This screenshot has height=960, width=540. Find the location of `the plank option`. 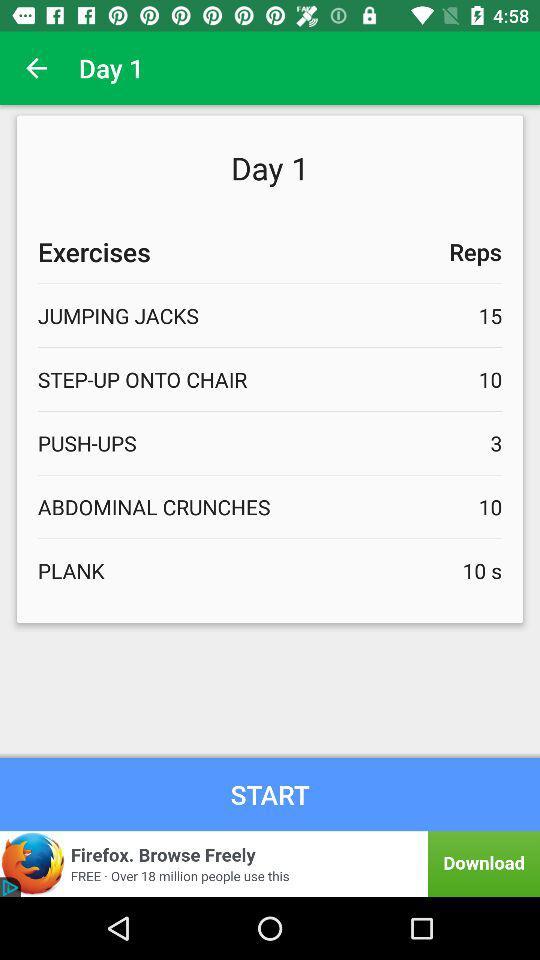

the plank option is located at coordinates (270, 570).